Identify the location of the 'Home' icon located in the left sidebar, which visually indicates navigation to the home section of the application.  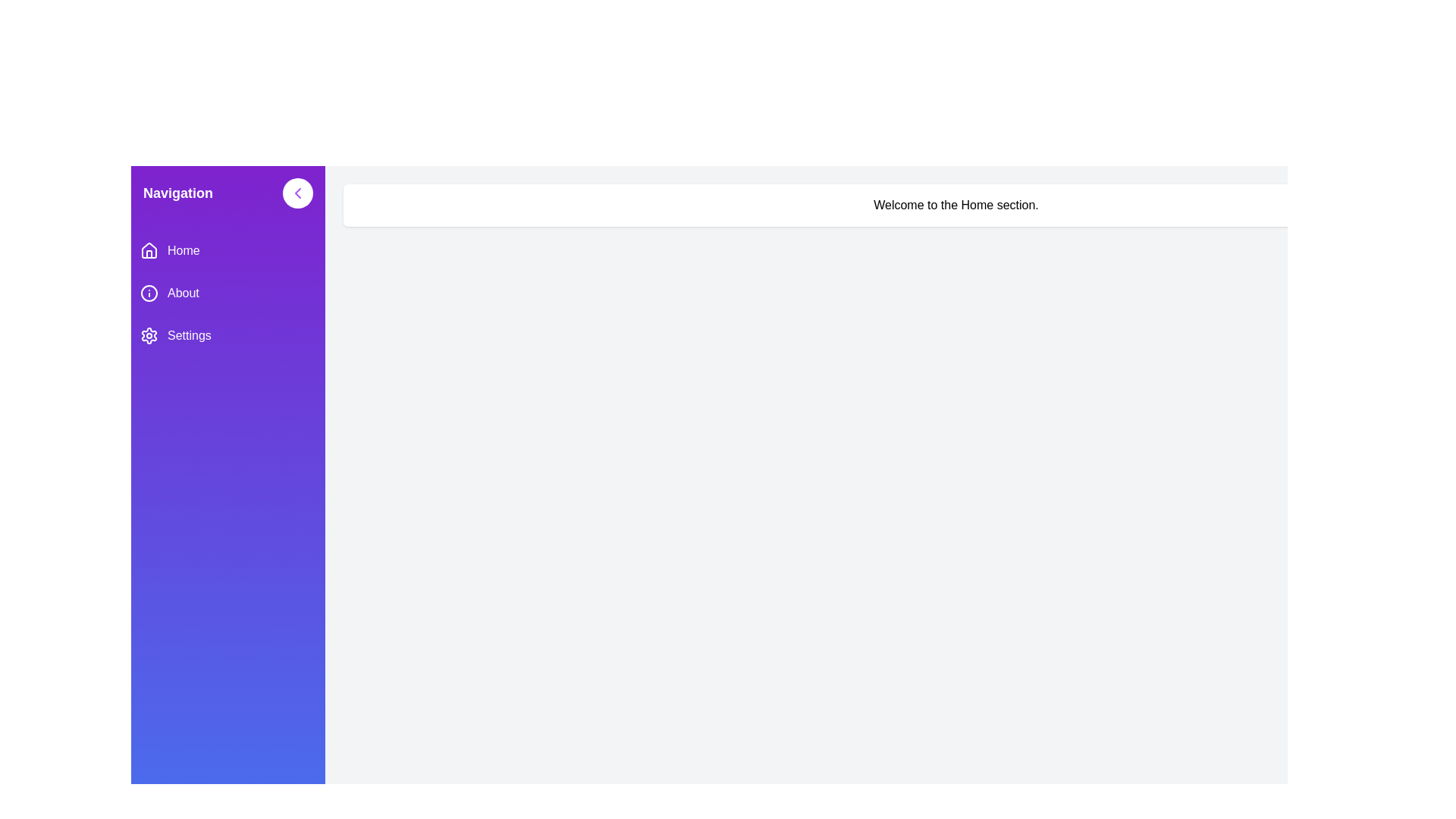
(149, 249).